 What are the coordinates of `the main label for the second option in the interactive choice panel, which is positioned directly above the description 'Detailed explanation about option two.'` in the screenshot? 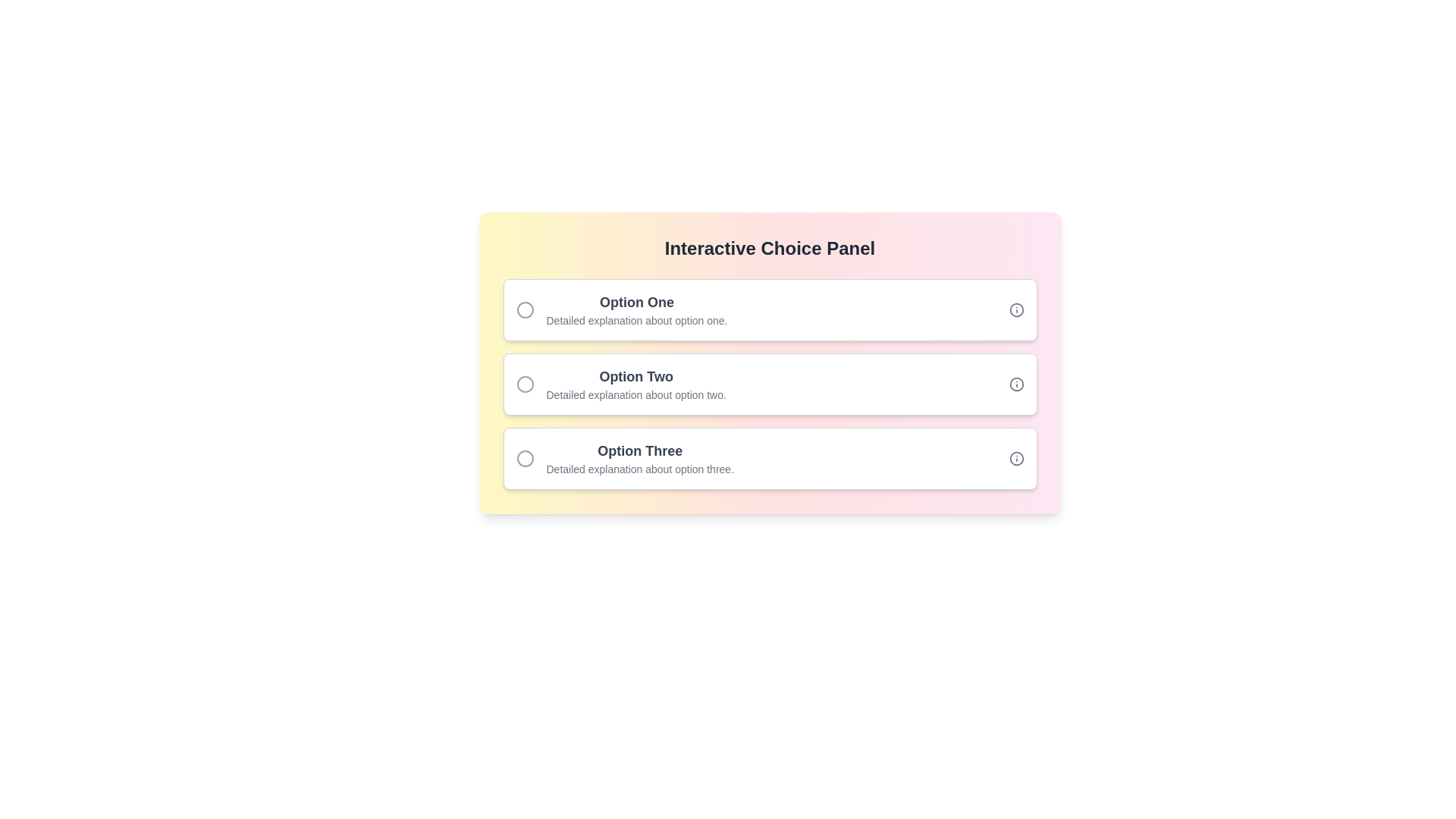 It's located at (636, 376).